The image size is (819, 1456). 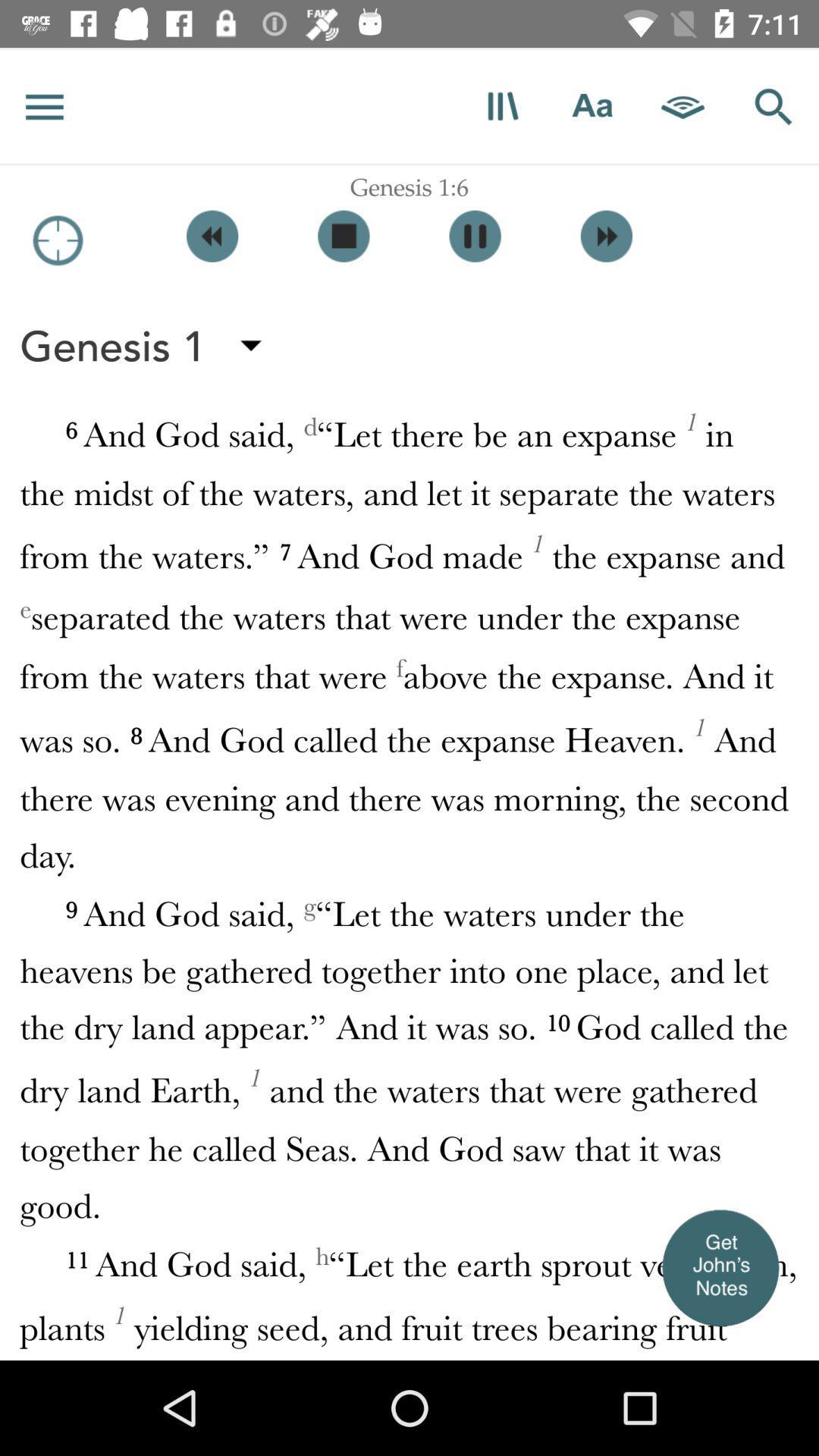 What do you see at coordinates (212, 235) in the screenshot?
I see `the av_rewind icon` at bounding box center [212, 235].